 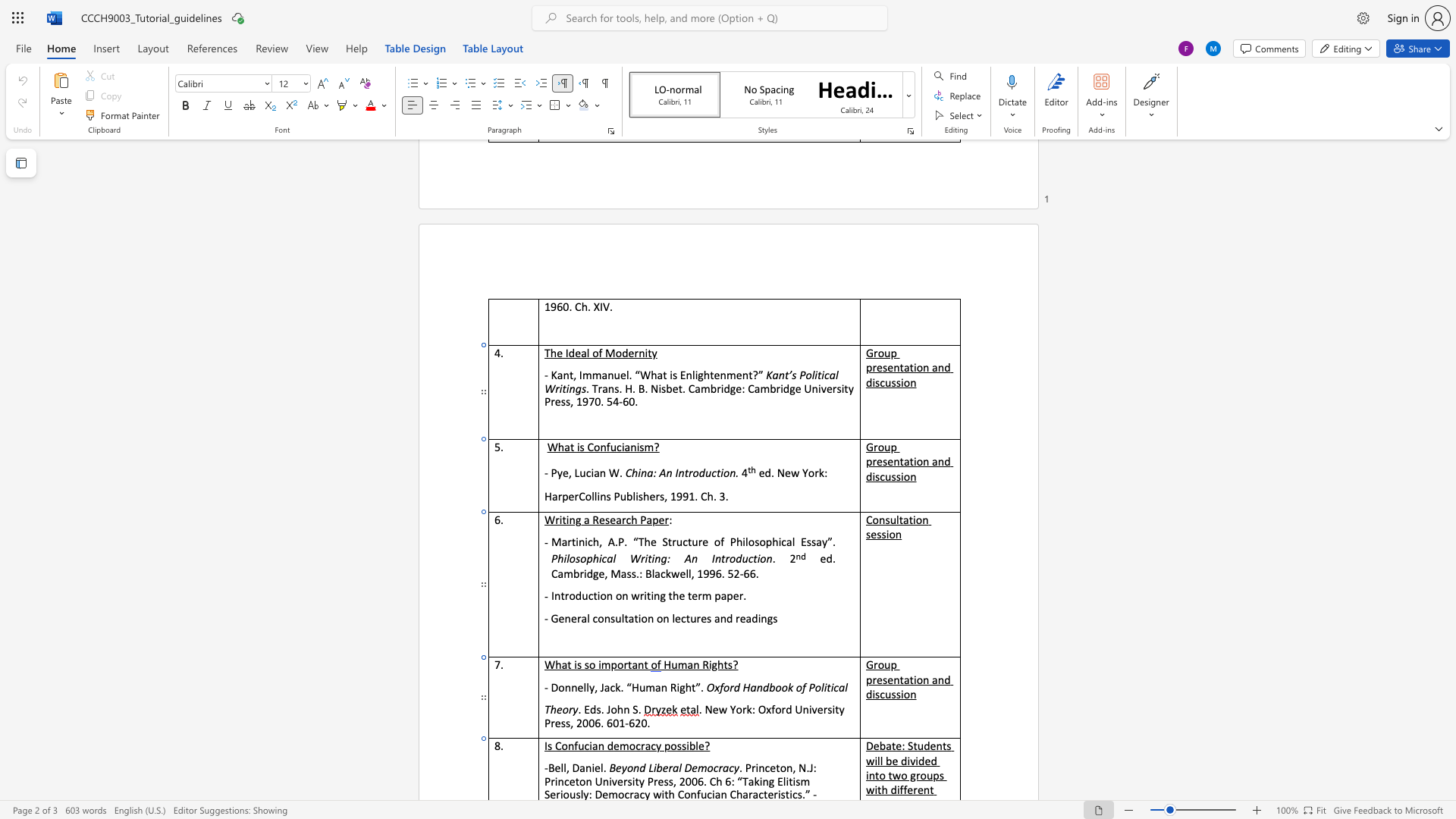 I want to click on the 1th character "u" in the text, so click(x=580, y=745).